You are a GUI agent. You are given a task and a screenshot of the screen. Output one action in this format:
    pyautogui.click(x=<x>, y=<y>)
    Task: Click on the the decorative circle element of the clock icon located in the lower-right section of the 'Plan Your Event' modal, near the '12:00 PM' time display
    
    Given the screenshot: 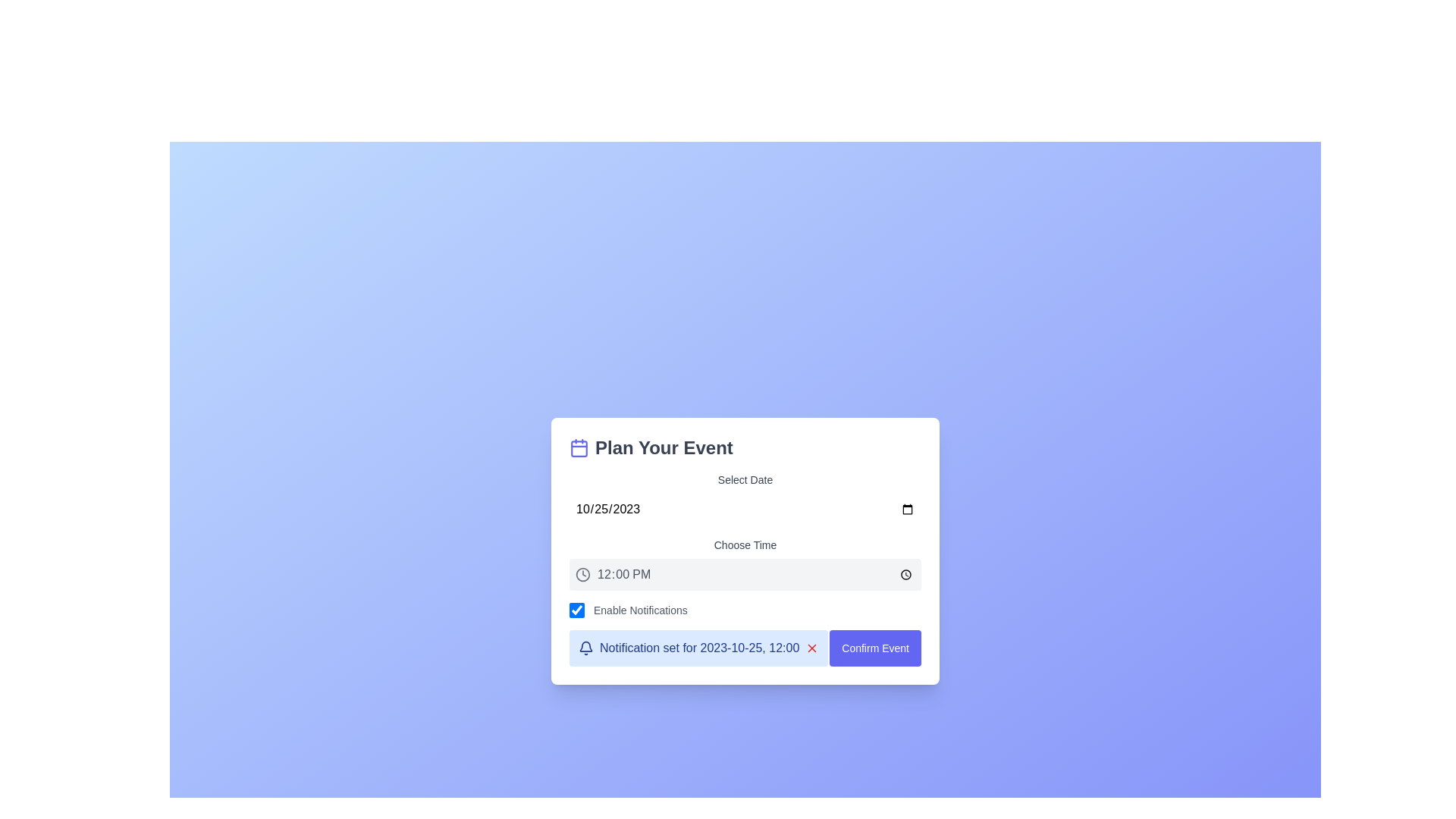 What is the action you would take?
    pyautogui.click(x=582, y=575)
    